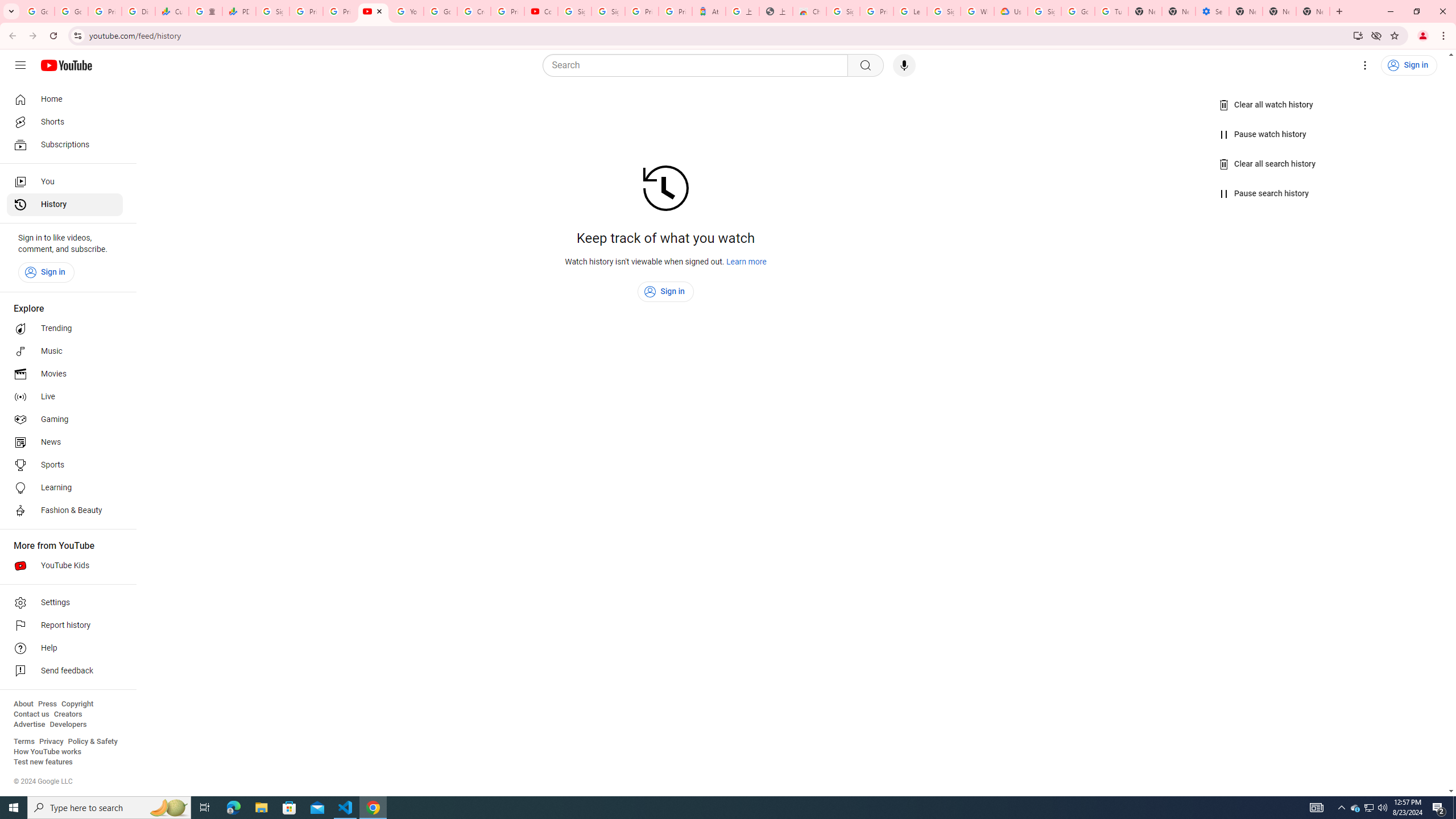 This screenshot has height=819, width=1456. What do you see at coordinates (1313, 11) in the screenshot?
I see `'New Tab'` at bounding box center [1313, 11].